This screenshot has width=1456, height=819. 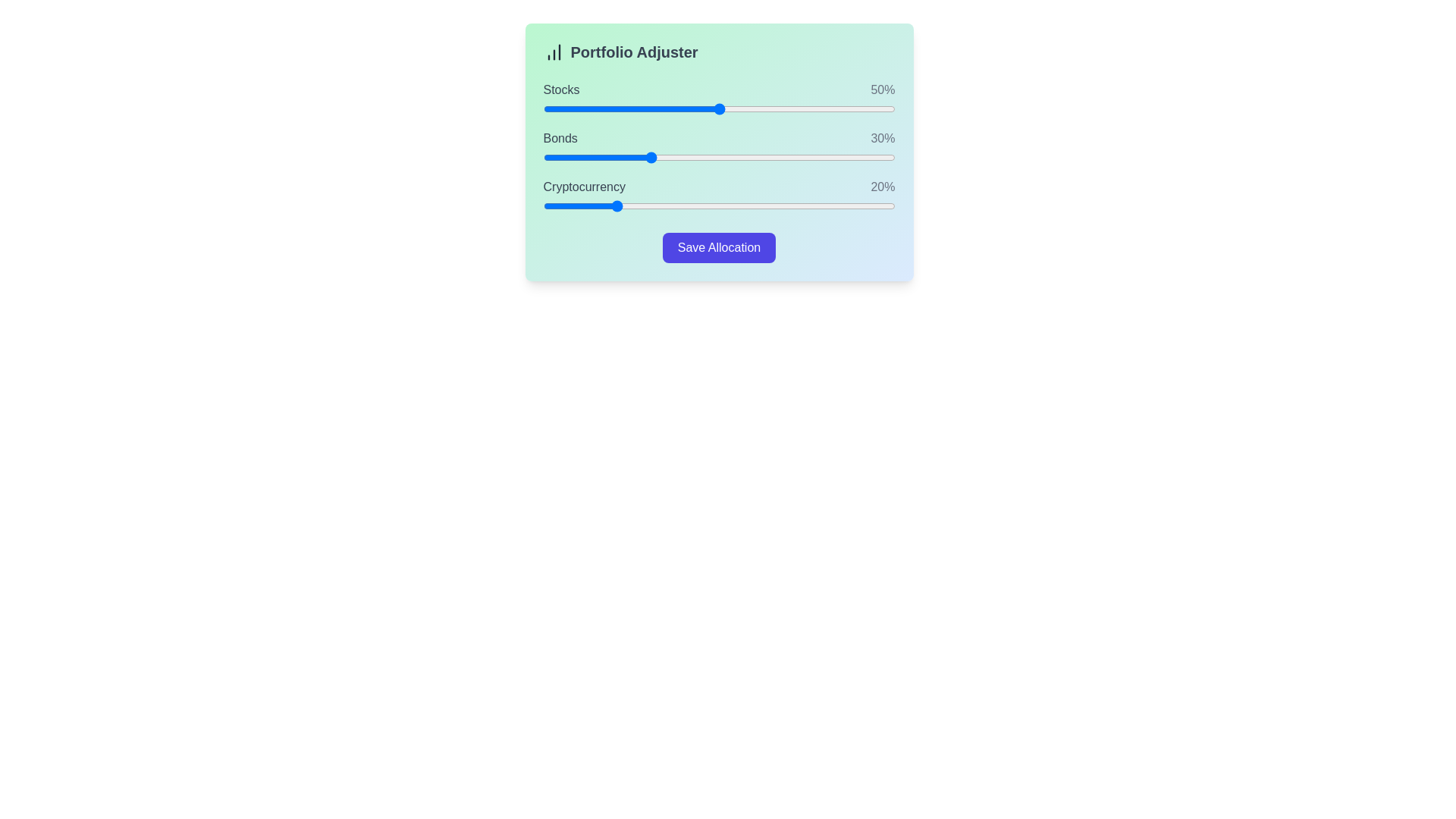 What do you see at coordinates (747, 108) in the screenshot?
I see `the 'Stocks' slider to 58%` at bounding box center [747, 108].